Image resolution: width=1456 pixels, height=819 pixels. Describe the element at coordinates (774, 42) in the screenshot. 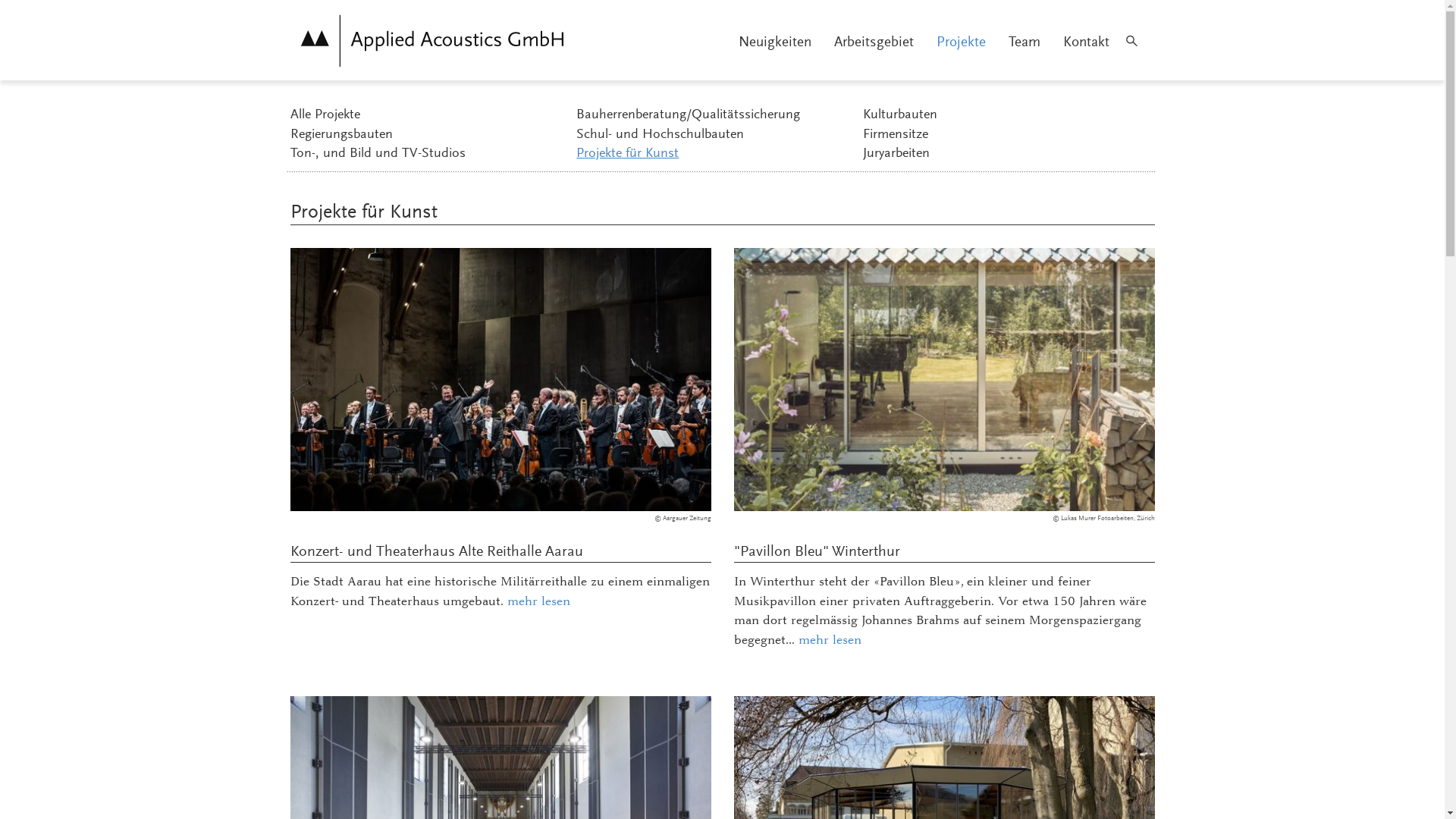

I see `'Neuigkeiten'` at that location.